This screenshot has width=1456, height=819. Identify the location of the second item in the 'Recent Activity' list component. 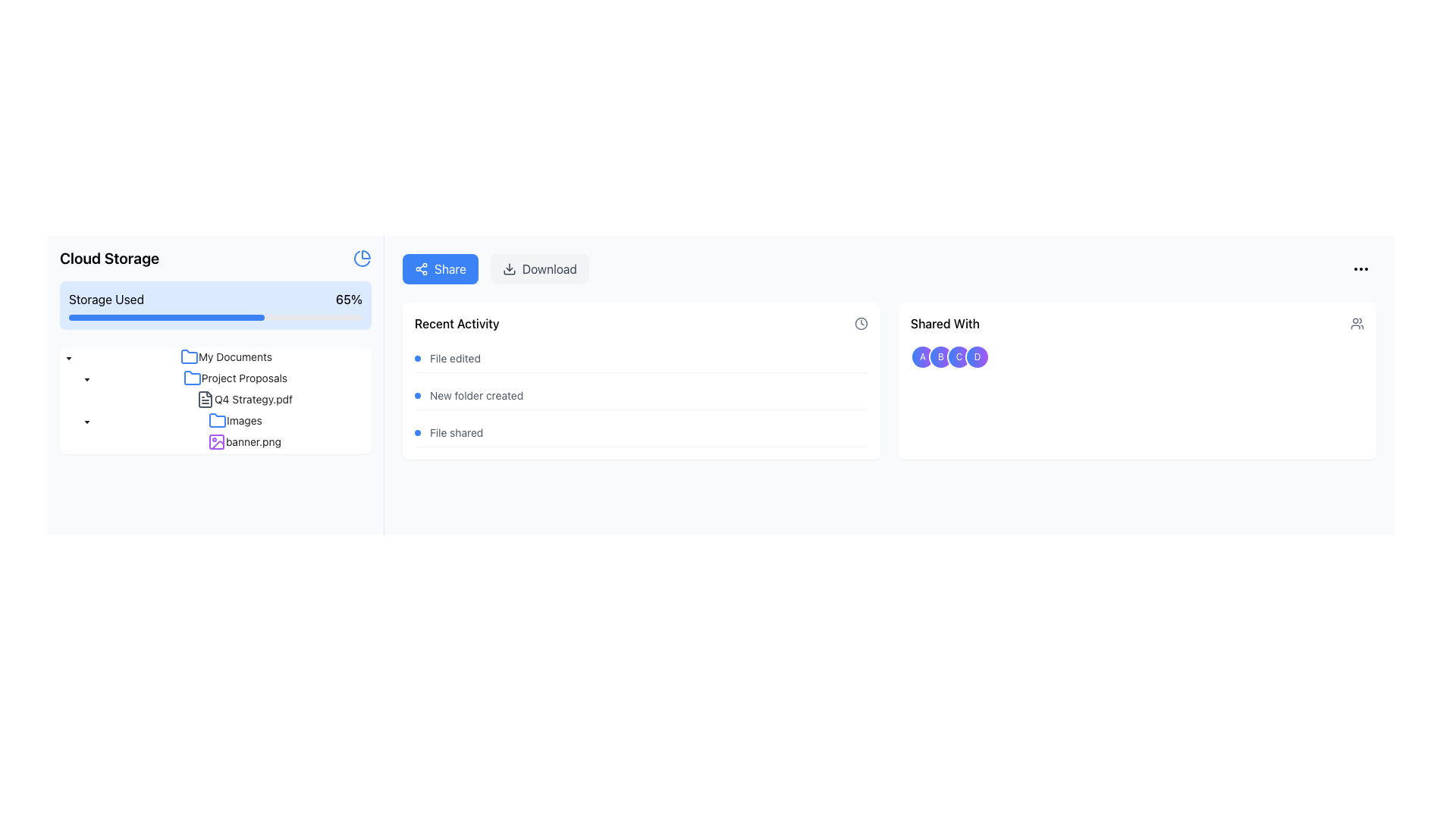
(641, 395).